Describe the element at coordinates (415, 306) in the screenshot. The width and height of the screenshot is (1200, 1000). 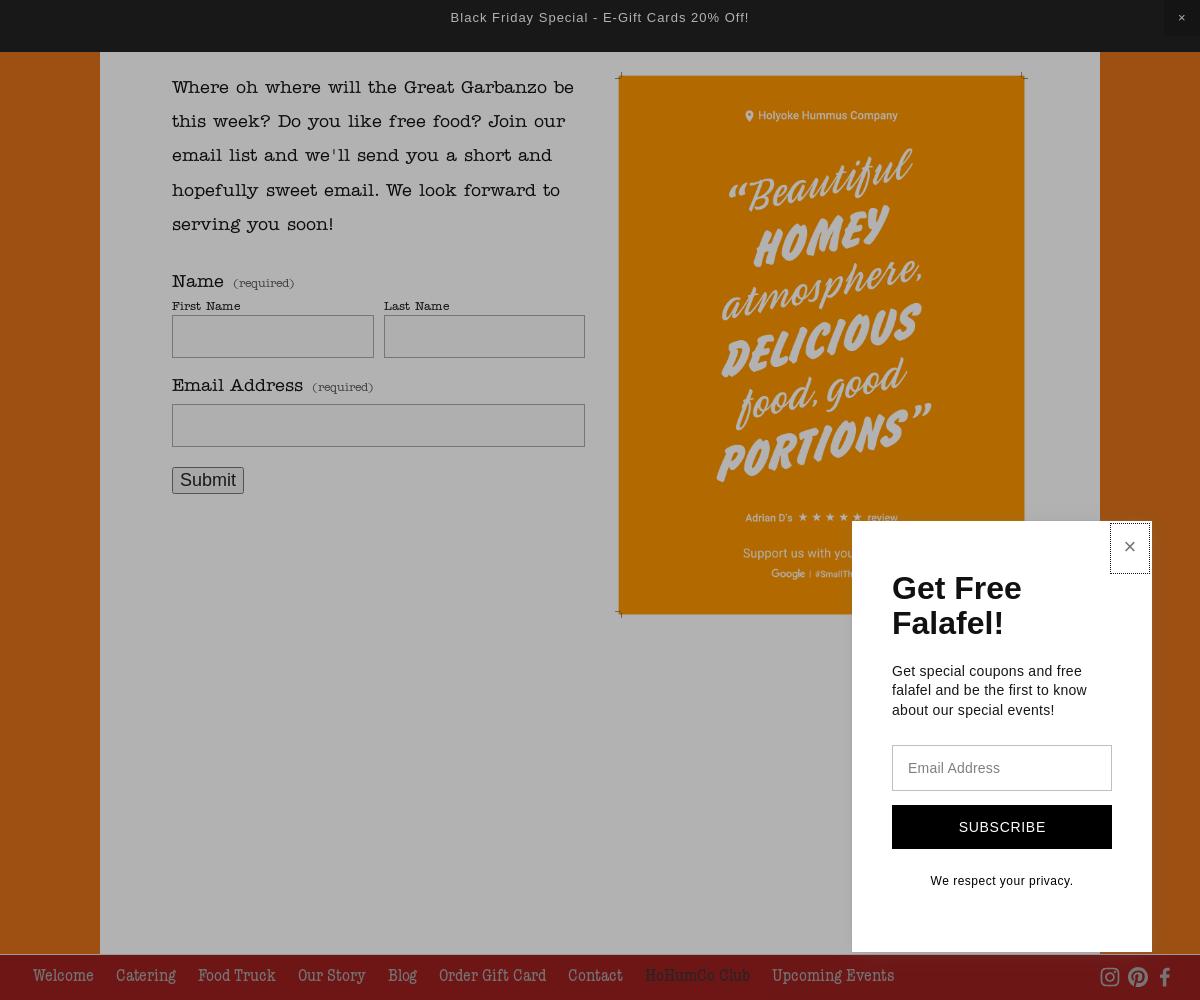
I see `'Last Name'` at that location.